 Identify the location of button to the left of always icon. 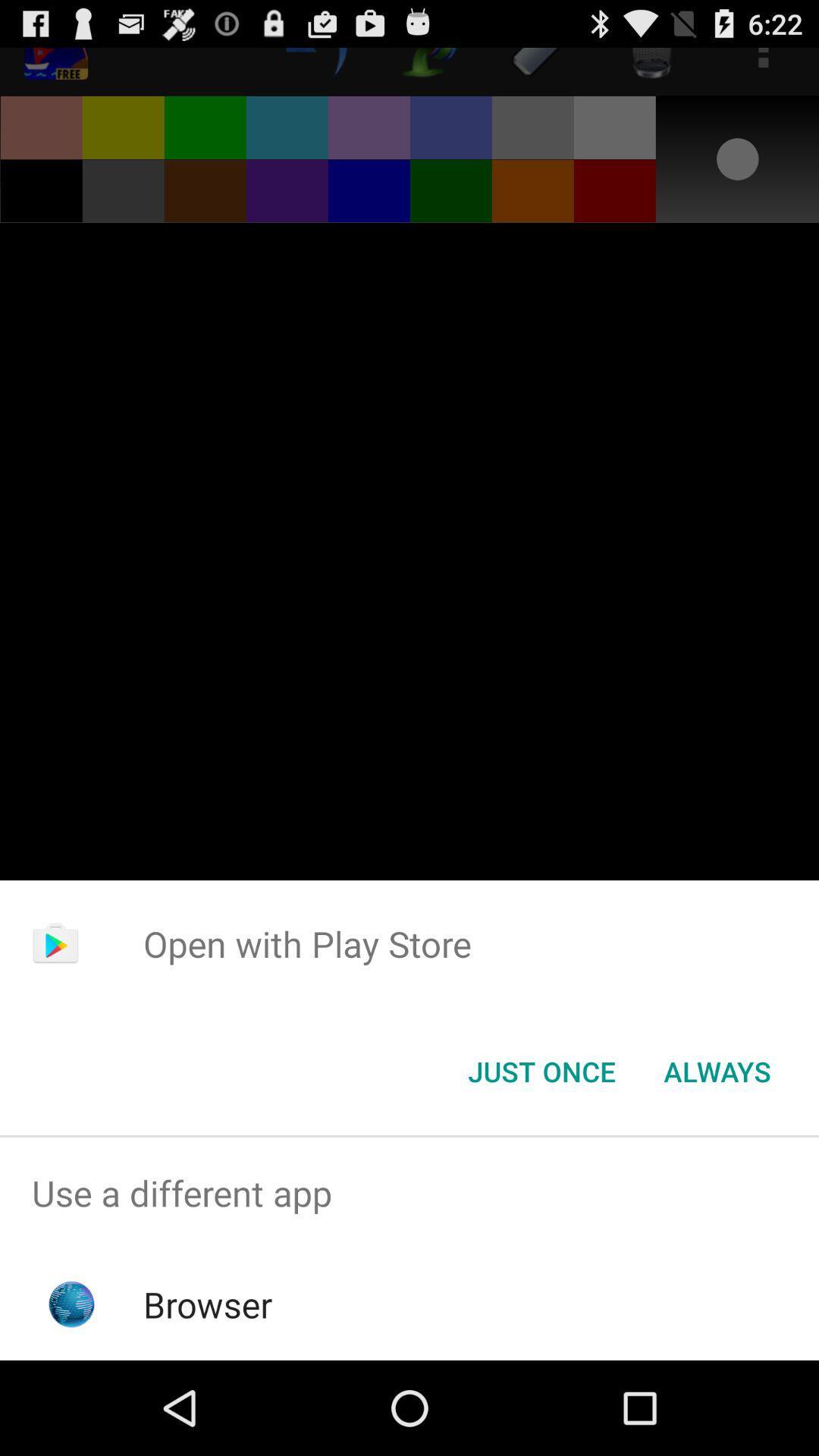
(541, 1070).